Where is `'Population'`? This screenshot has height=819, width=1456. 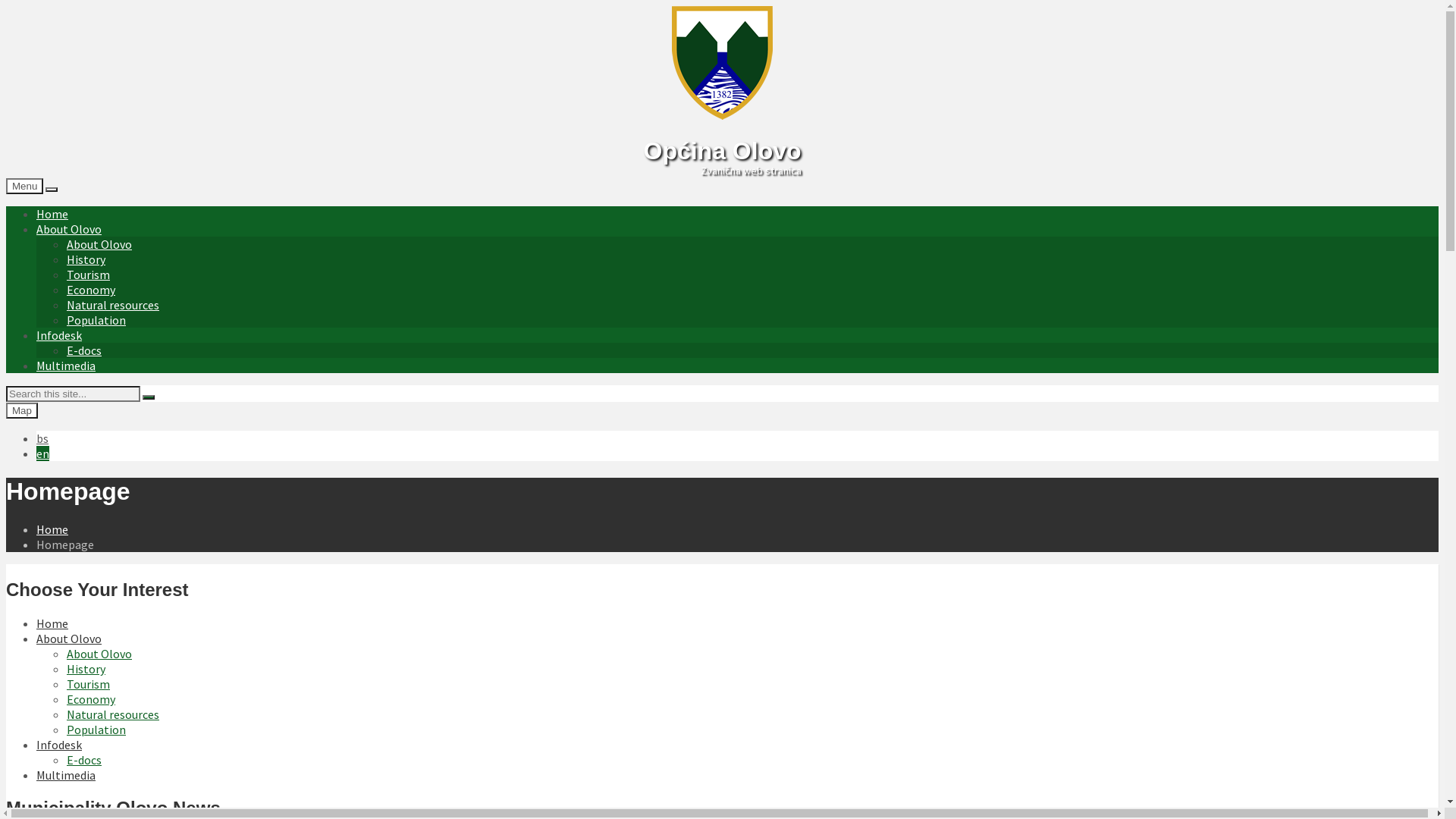 'Population' is located at coordinates (95, 318).